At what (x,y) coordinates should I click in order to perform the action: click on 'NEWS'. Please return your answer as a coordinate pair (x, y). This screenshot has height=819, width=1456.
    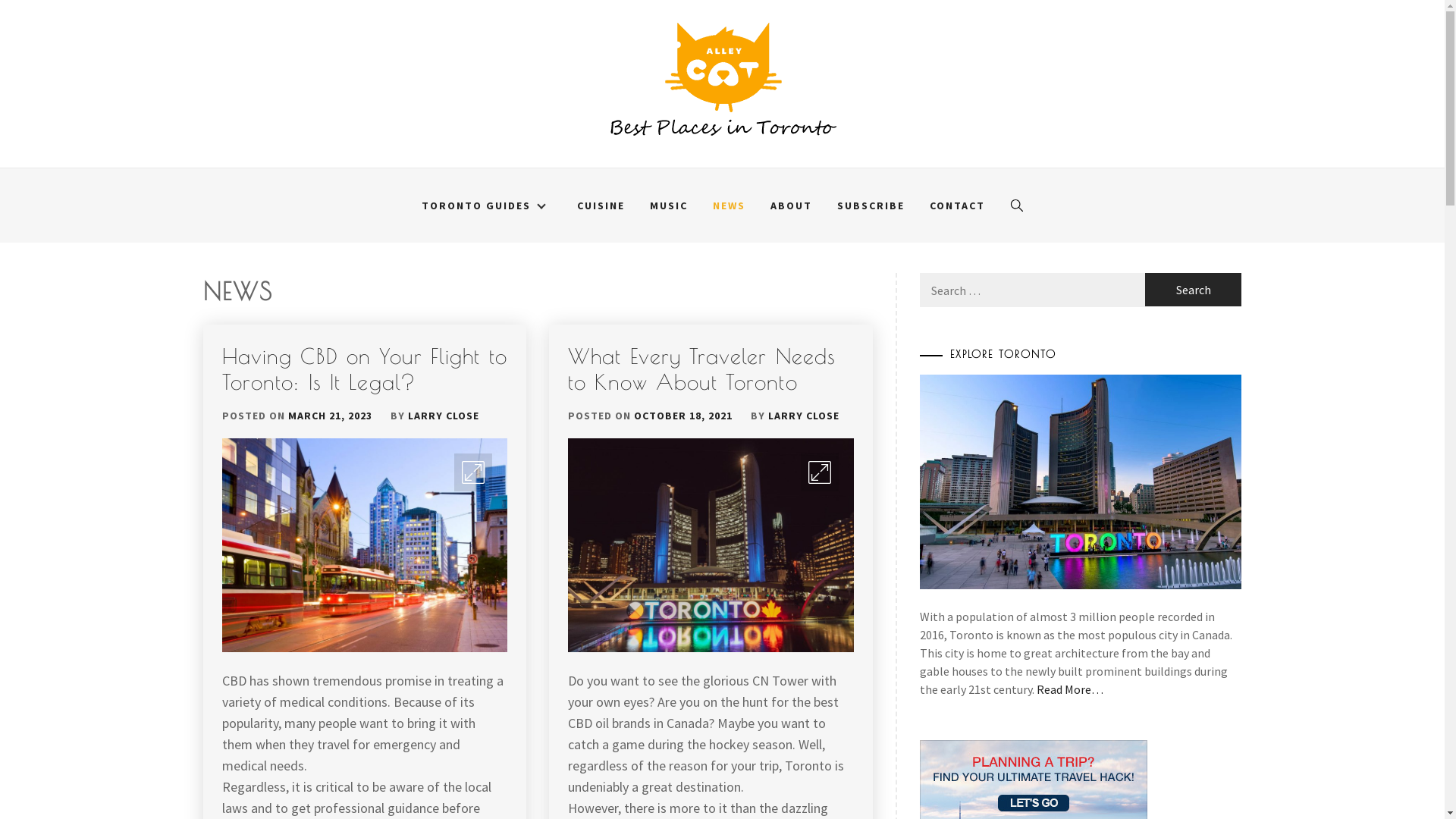
    Looking at the image, I should click on (728, 205).